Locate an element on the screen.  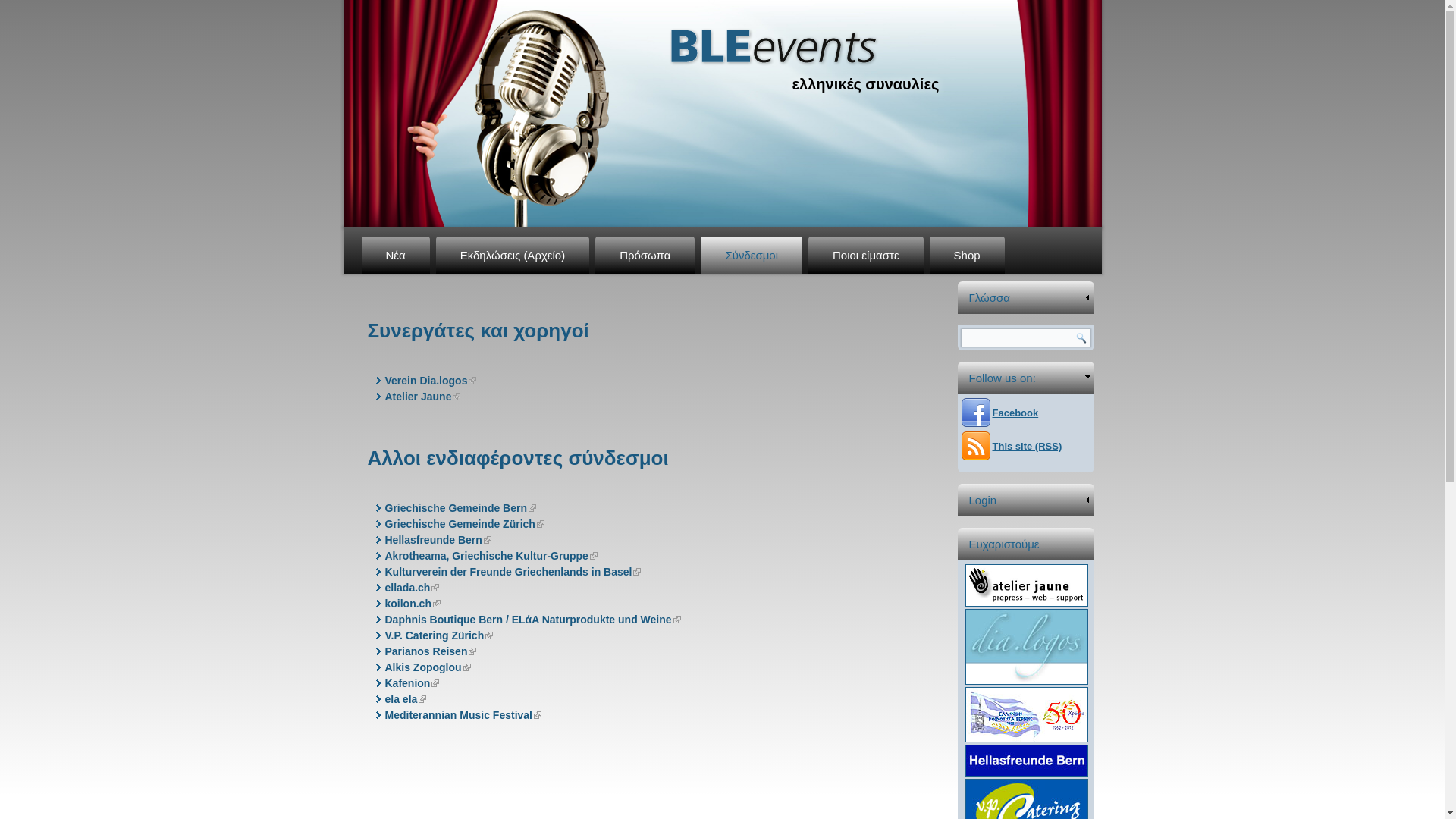
'ela ela is located at coordinates (406, 698).